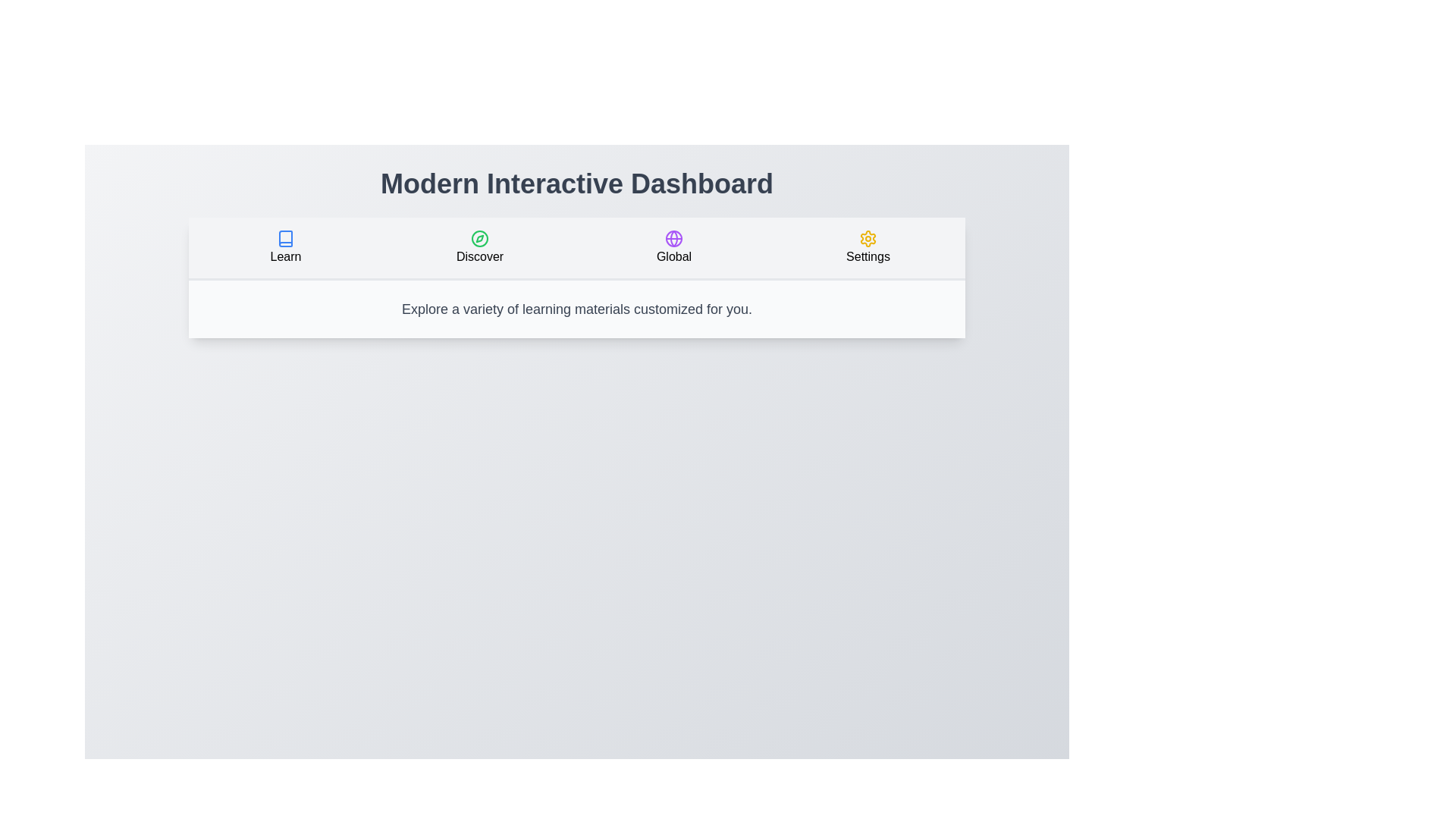 The height and width of the screenshot is (819, 1456). I want to click on the 'Settings' text label located in the top navigation panel, so click(868, 256).